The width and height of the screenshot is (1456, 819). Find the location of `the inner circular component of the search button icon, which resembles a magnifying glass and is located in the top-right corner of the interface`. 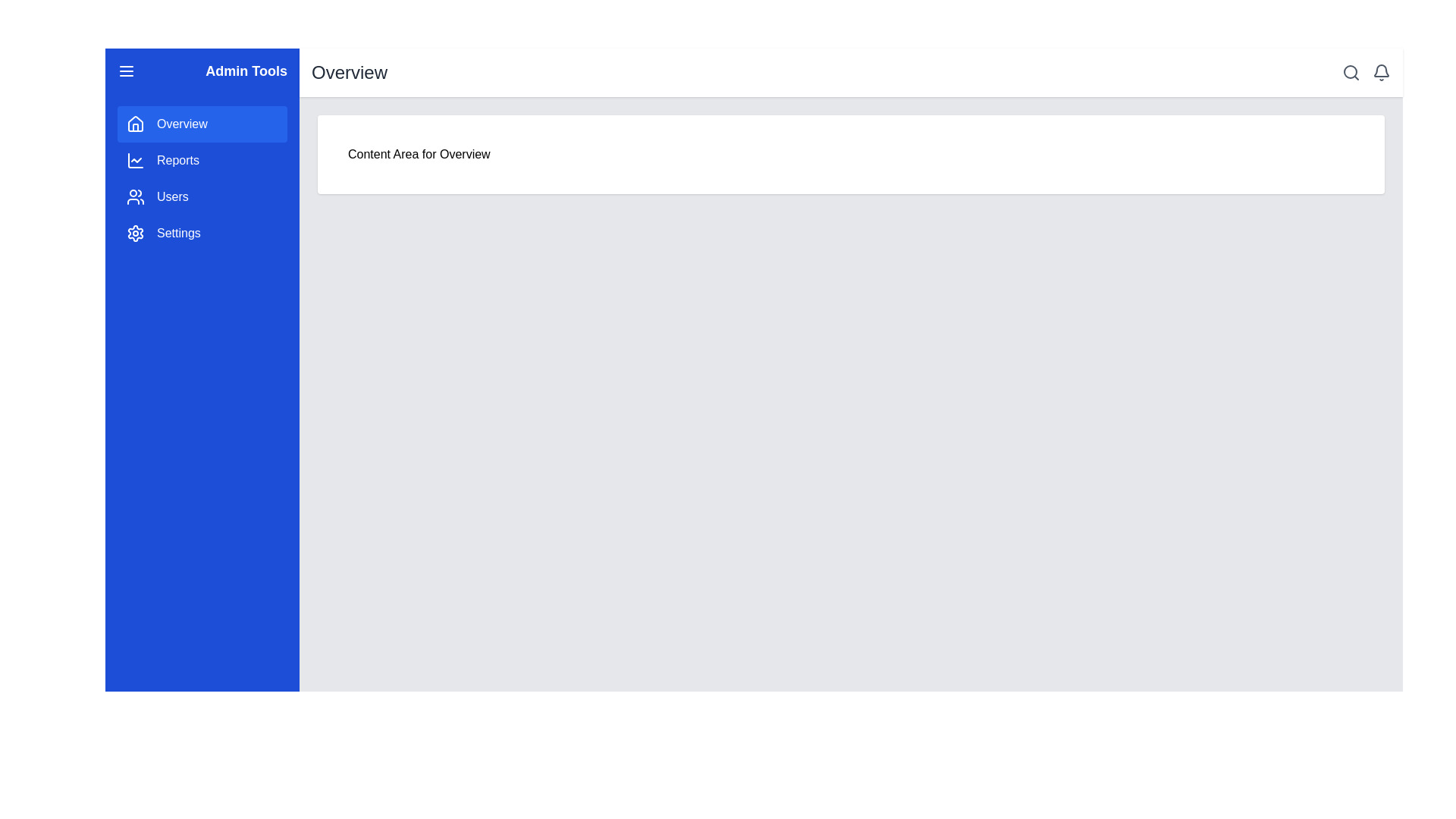

the inner circular component of the search button icon, which resembles a magnifying glass and is located in the top-right corner of the interface is located at coordinates (1350, 72).